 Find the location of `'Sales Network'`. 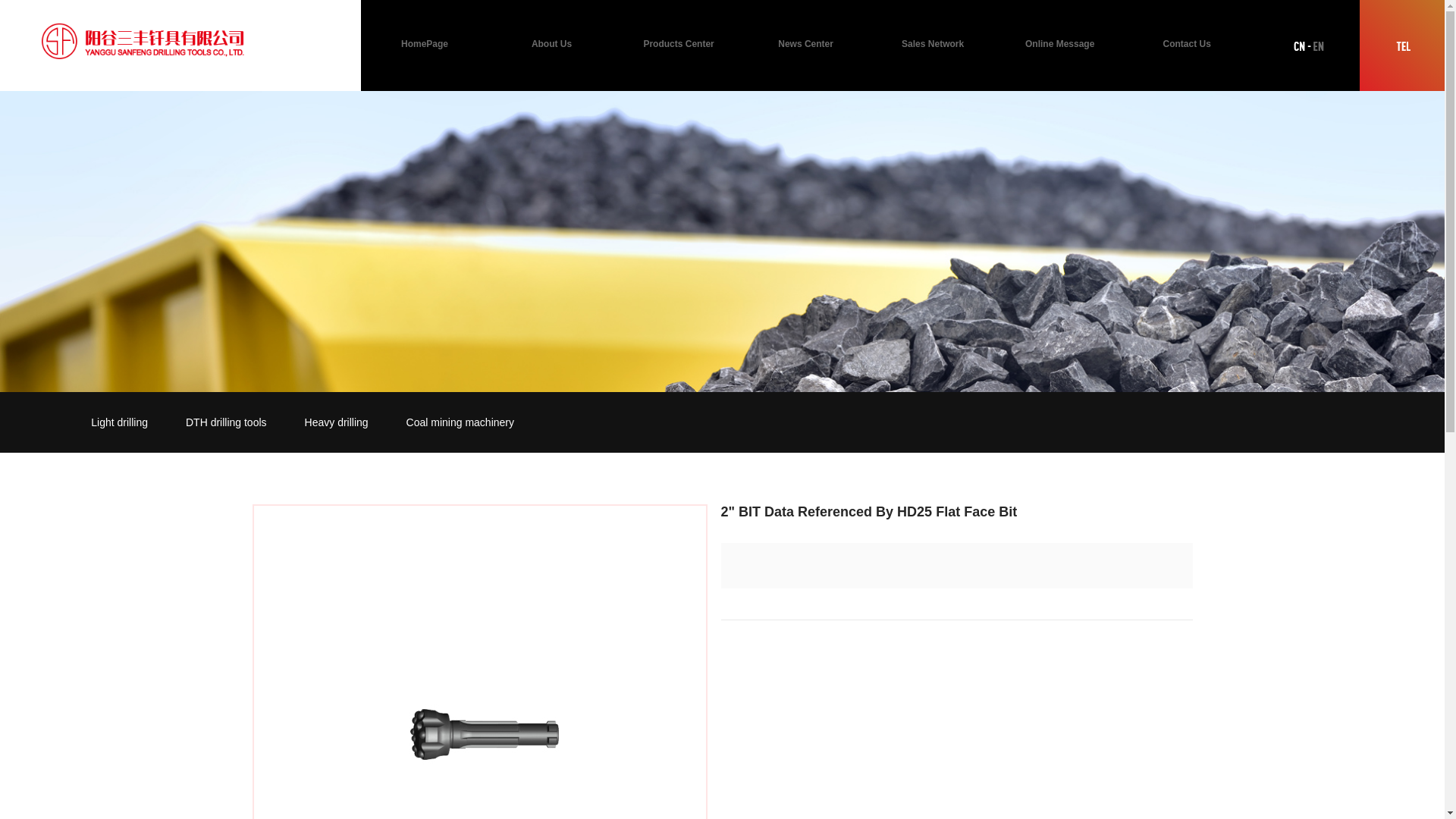

'Sales Network' is located at coordinates (931, 43).